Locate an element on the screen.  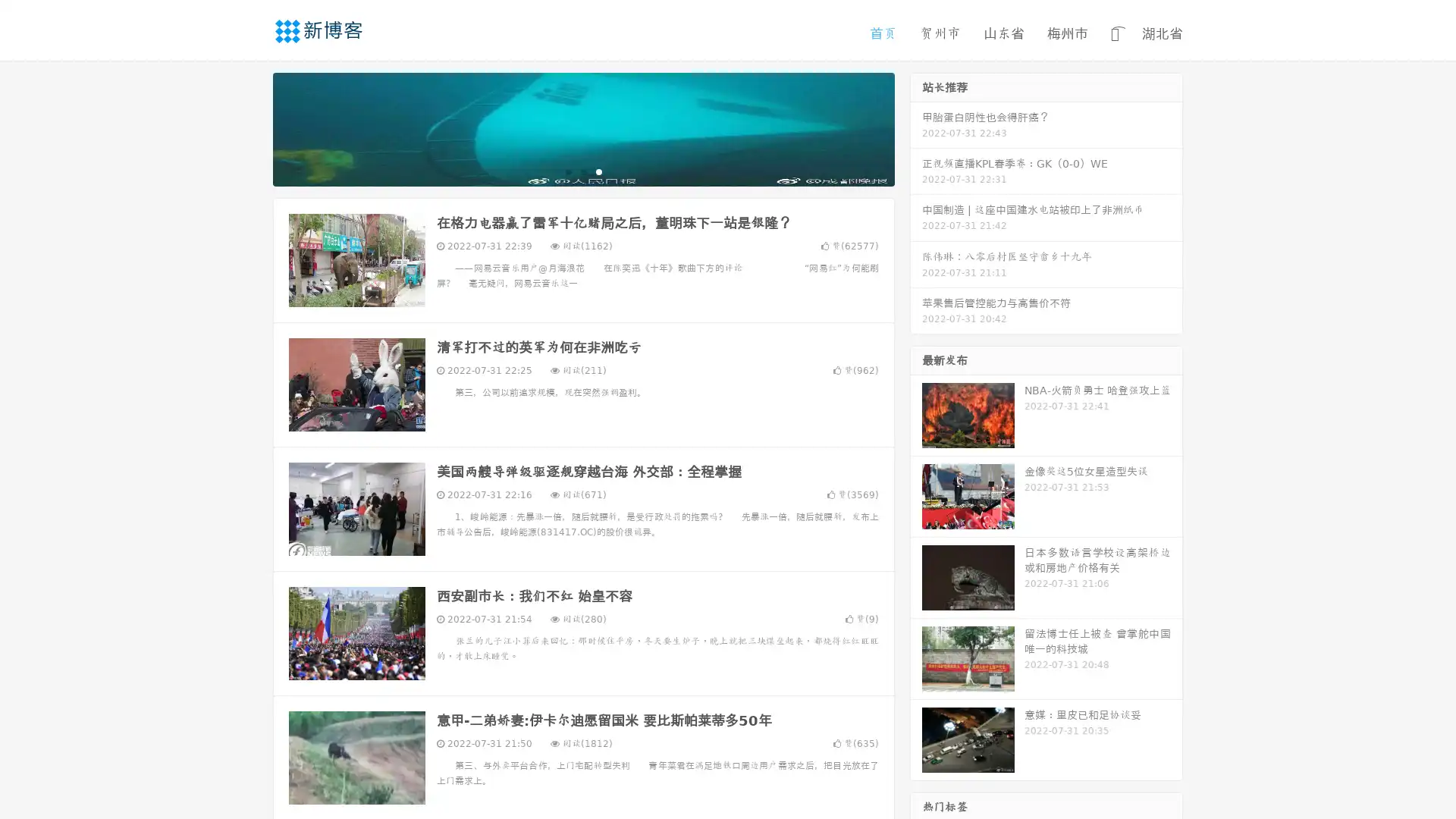
Go to slide 1 is located at coordinates (567, 171).